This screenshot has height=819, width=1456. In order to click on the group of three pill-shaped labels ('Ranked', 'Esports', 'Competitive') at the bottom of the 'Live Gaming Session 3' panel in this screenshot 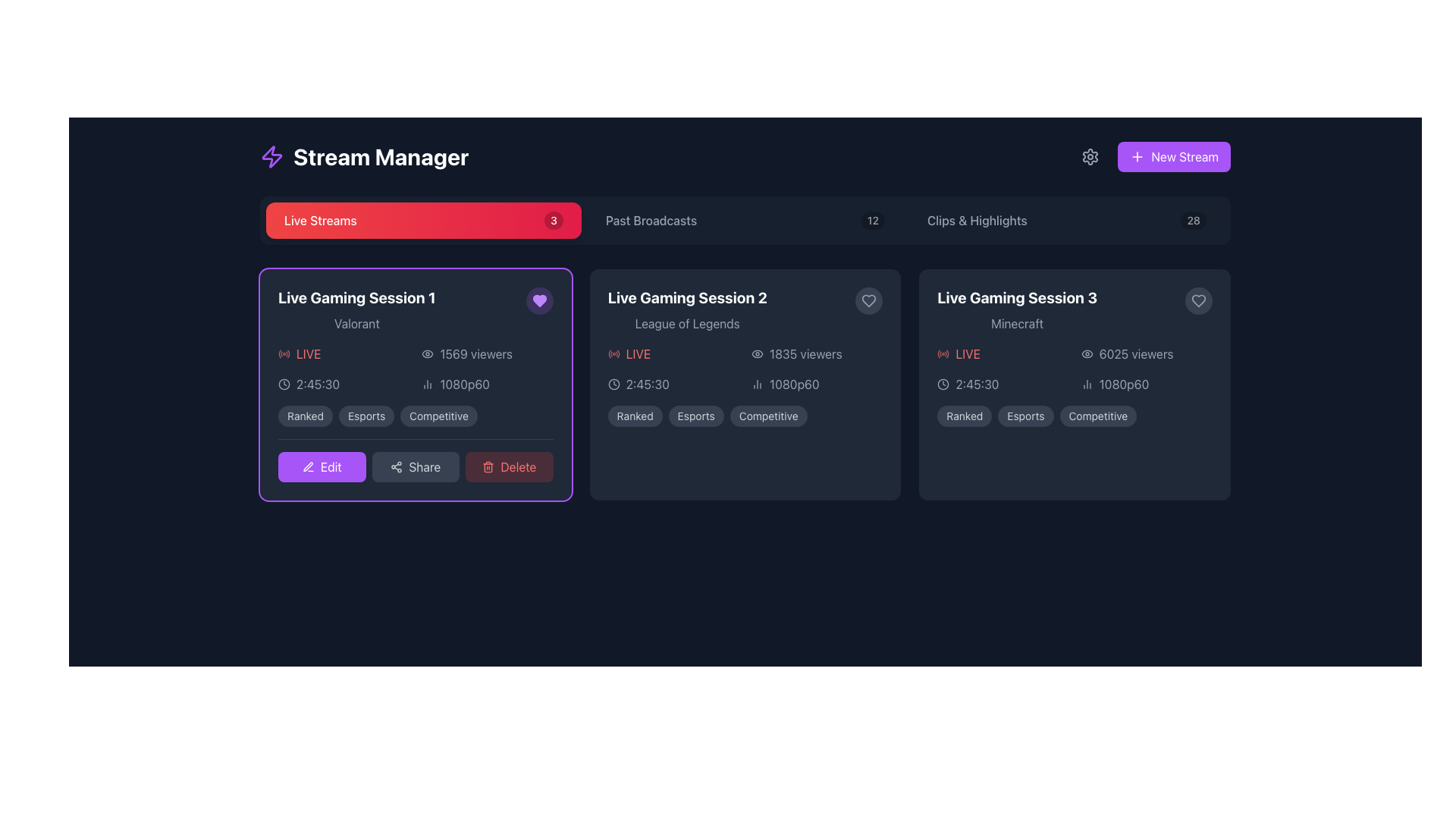, I will do `click(1074, 416)`.